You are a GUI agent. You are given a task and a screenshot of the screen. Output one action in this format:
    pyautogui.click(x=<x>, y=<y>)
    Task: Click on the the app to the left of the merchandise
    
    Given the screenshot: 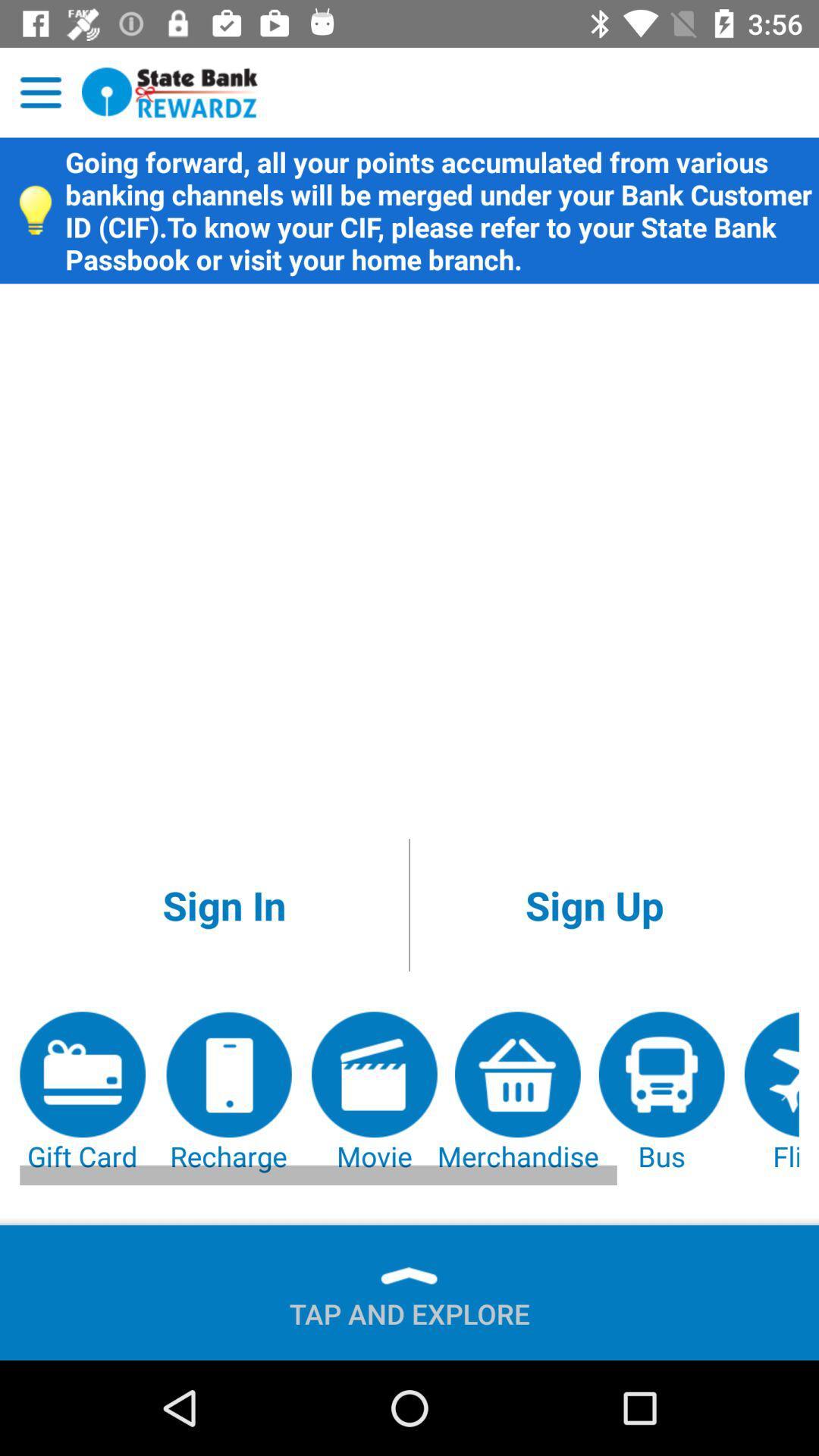 What is the action you would take?
    pyautogui.click(x=374, y=1093)
    